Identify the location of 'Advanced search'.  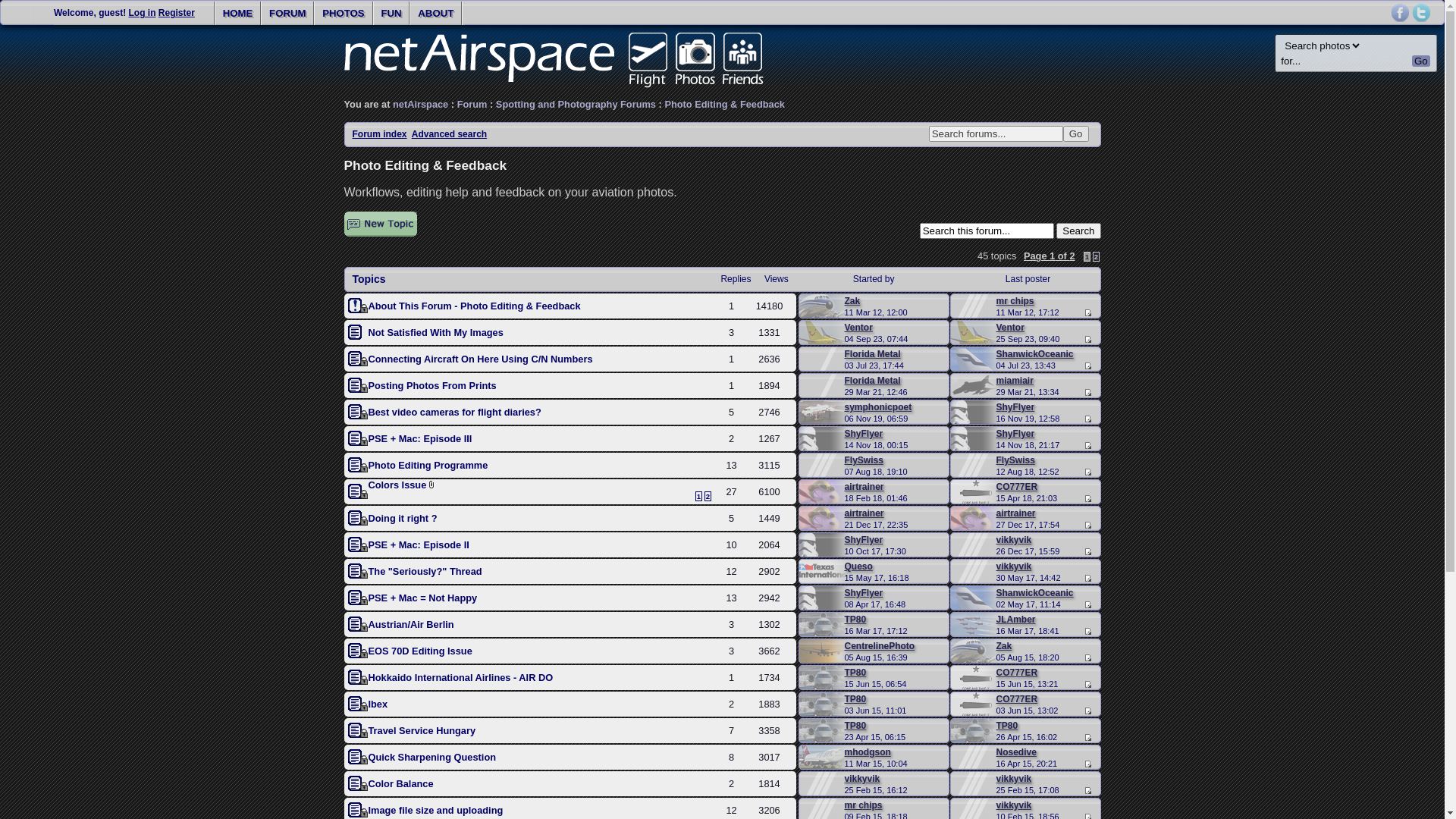
(448, 133).